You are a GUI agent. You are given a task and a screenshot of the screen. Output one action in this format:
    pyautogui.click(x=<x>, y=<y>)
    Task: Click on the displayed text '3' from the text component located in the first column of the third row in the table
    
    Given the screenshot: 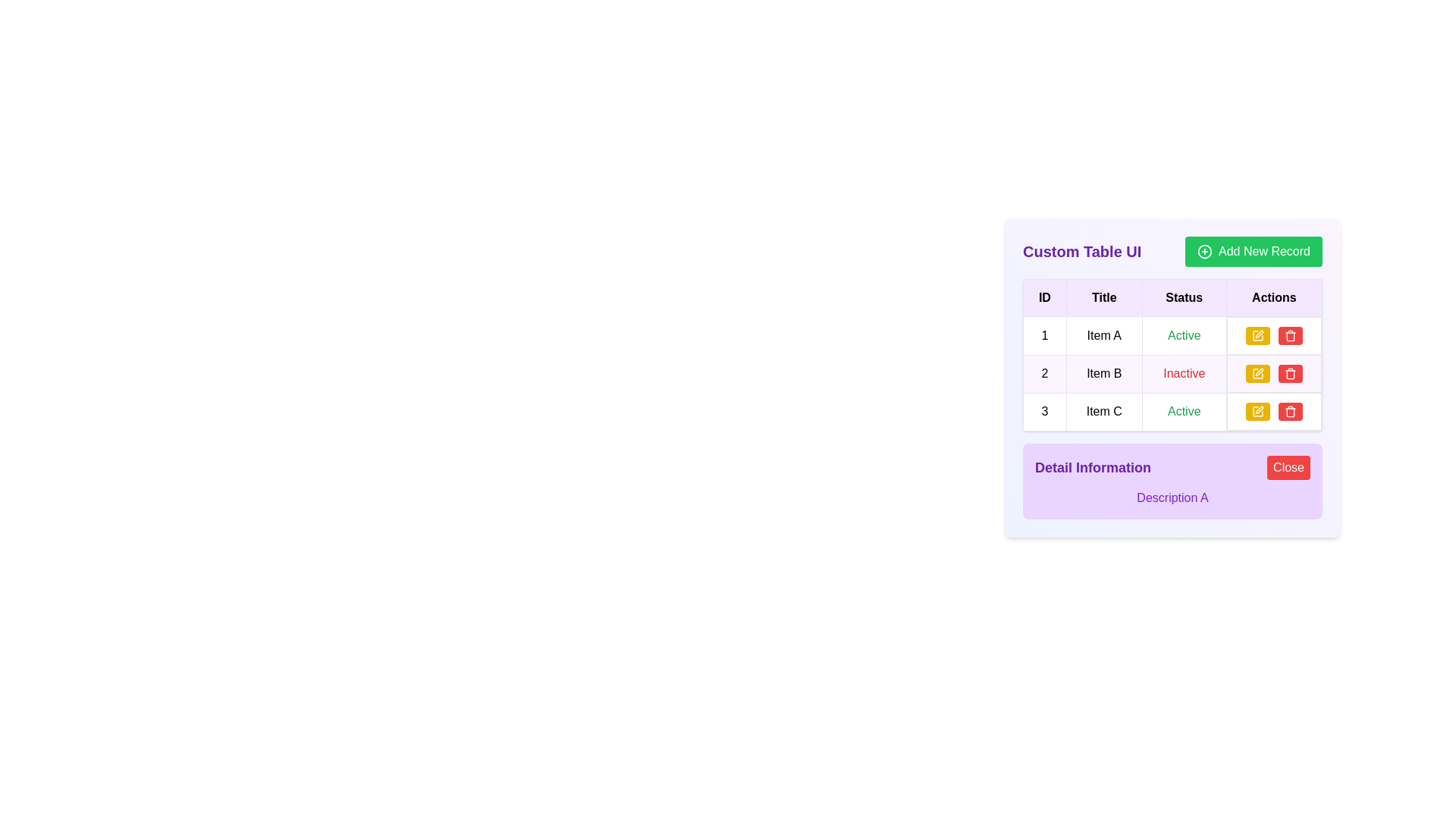 What is the action you would take?
    pyautogui.click(x=1043, y=412)
    